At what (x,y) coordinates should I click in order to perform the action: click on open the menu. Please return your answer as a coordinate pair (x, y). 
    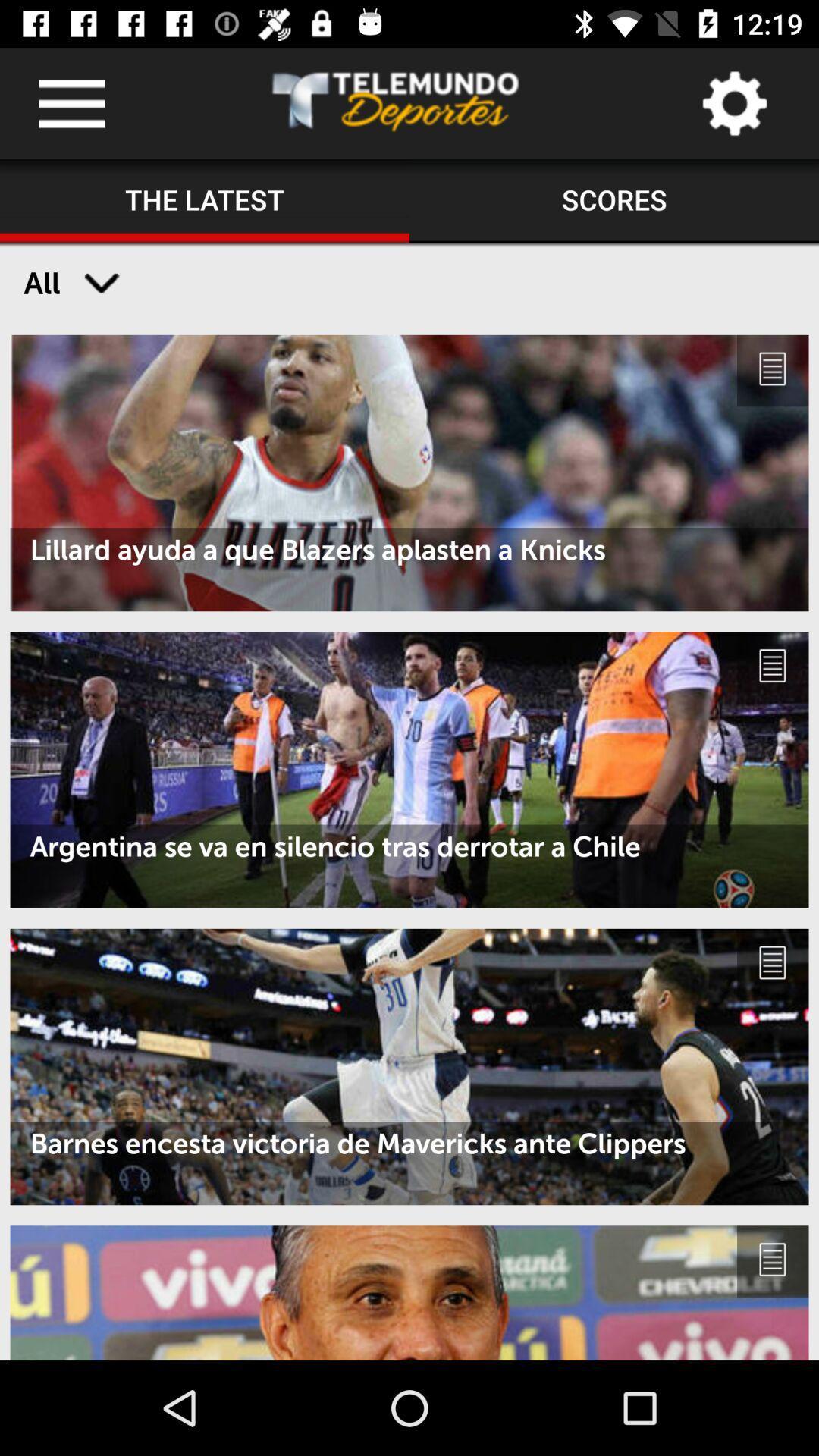
    Looking at the image, I should click on (71, 102).